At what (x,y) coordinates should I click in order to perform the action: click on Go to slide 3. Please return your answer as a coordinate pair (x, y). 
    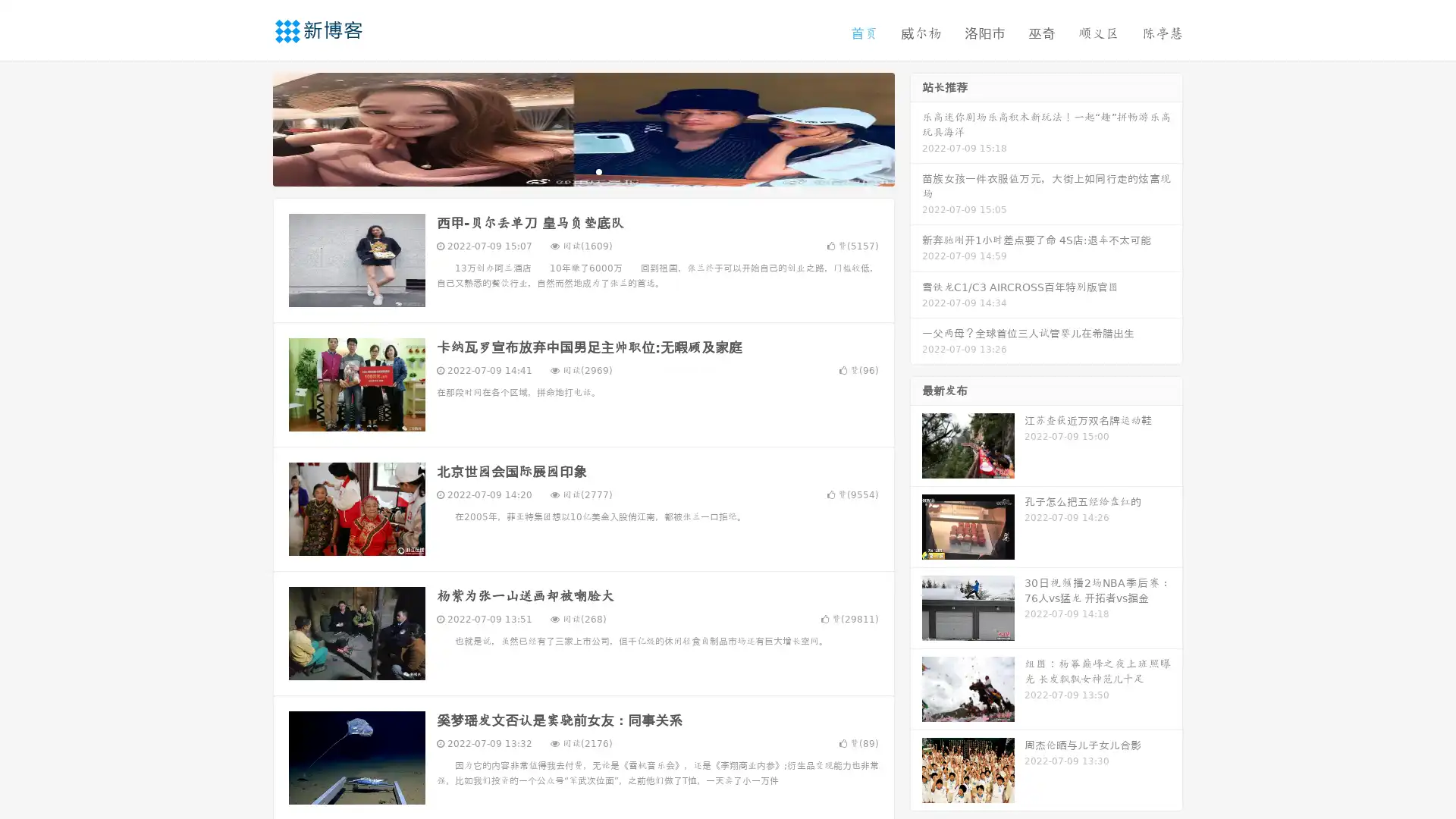
    Looking at the image, I should click on (598, 171).